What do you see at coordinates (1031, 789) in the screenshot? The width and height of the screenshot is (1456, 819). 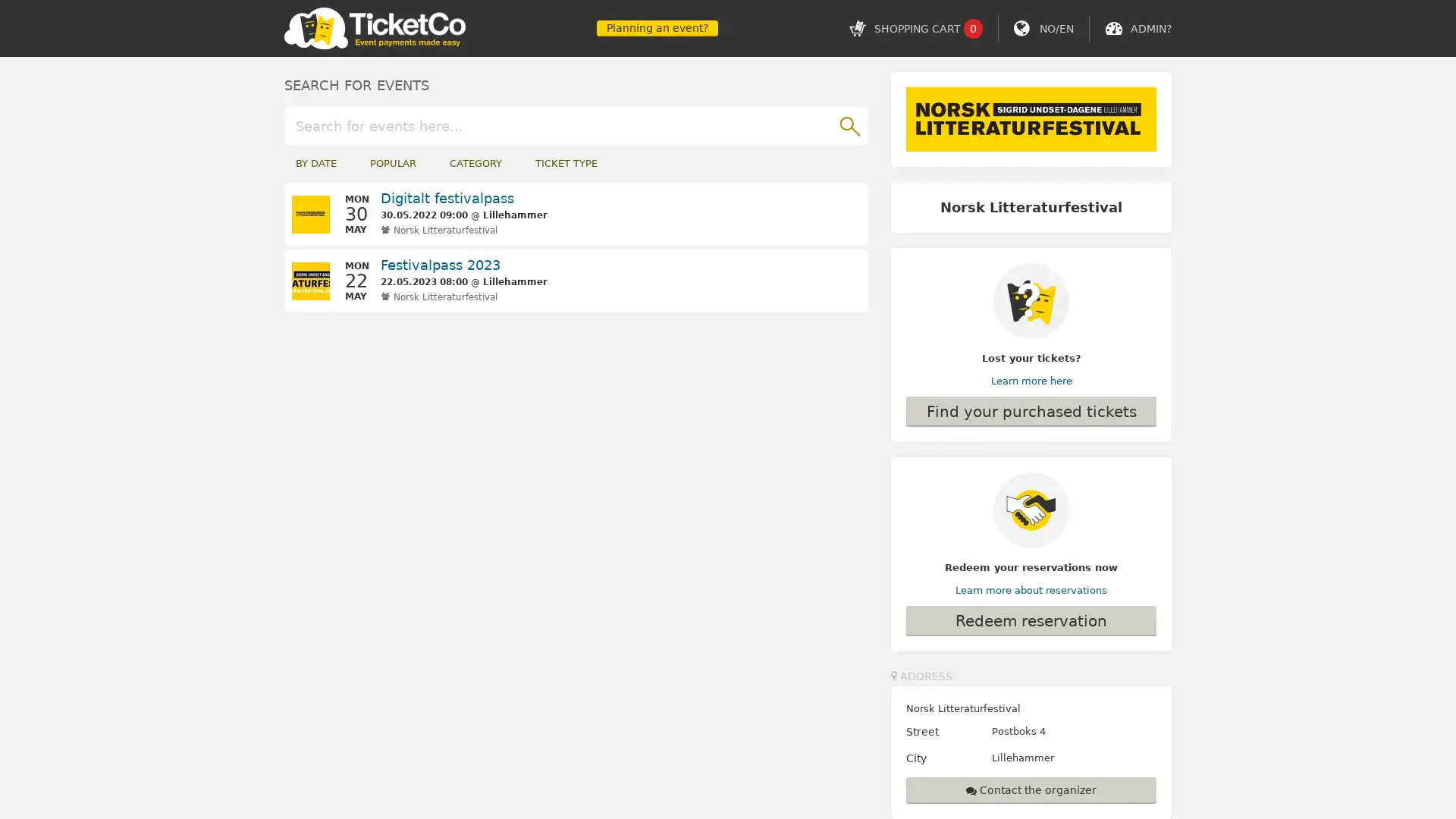 I see `Contact the organizer` at bounding box center [1031, 789].